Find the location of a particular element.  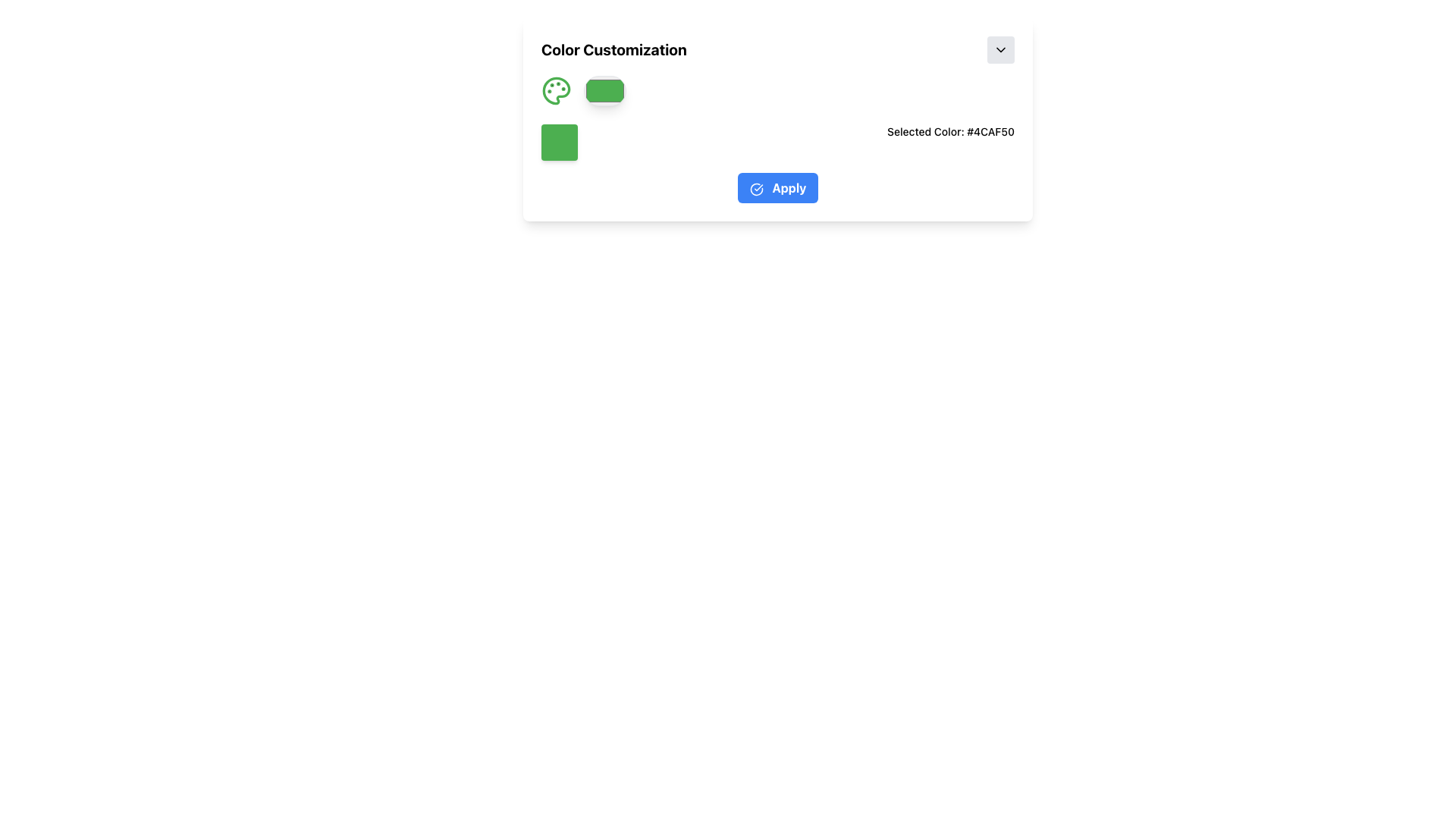

the color customization icon located in the top-left portion of the 'Color Customization' section, which is positioned to the left of a rounded rectangular color display box and above a square-shaped color tile is located at coordinates (556, 90).